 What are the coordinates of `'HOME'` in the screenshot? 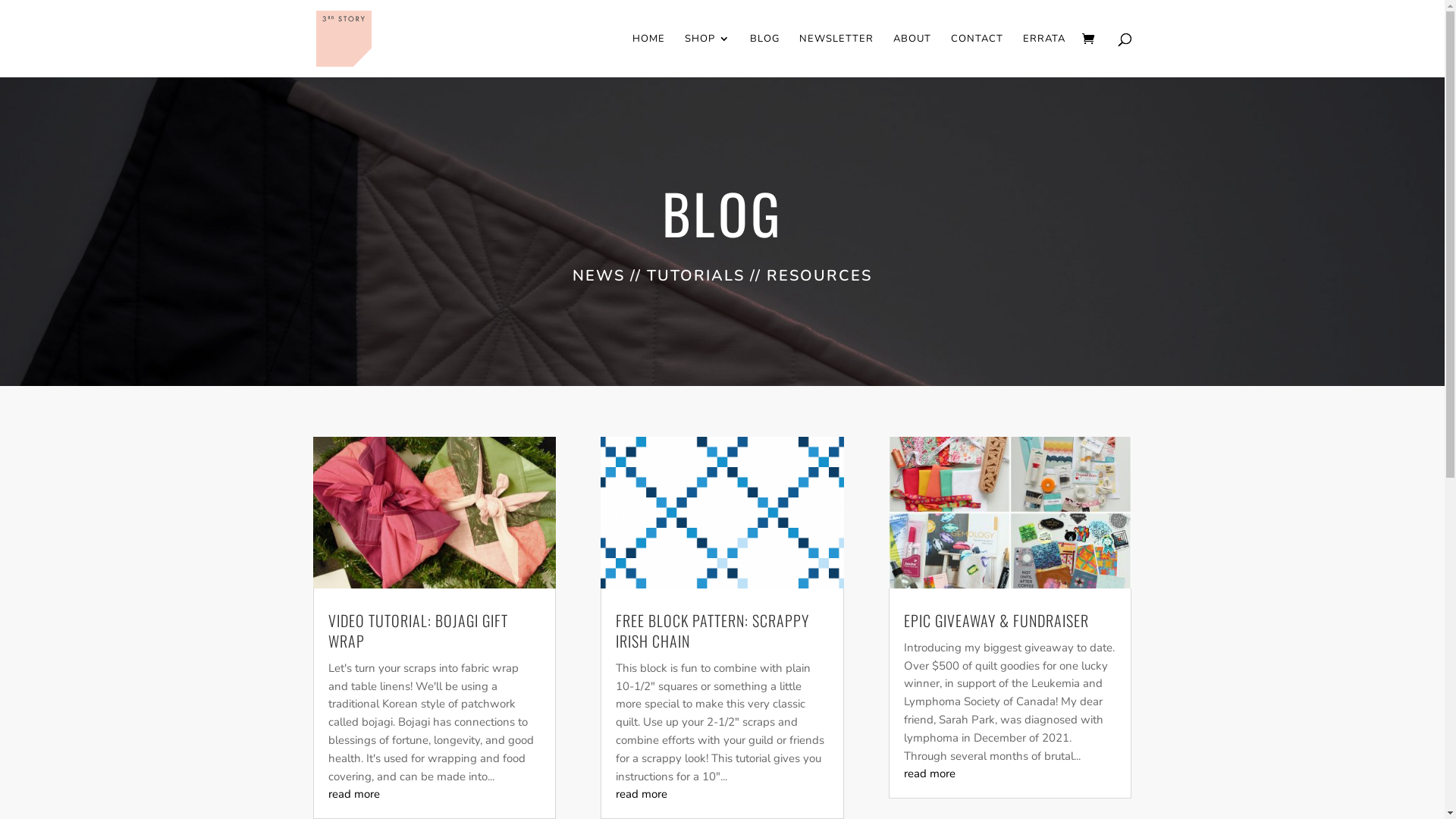 It's located at (648, 55).